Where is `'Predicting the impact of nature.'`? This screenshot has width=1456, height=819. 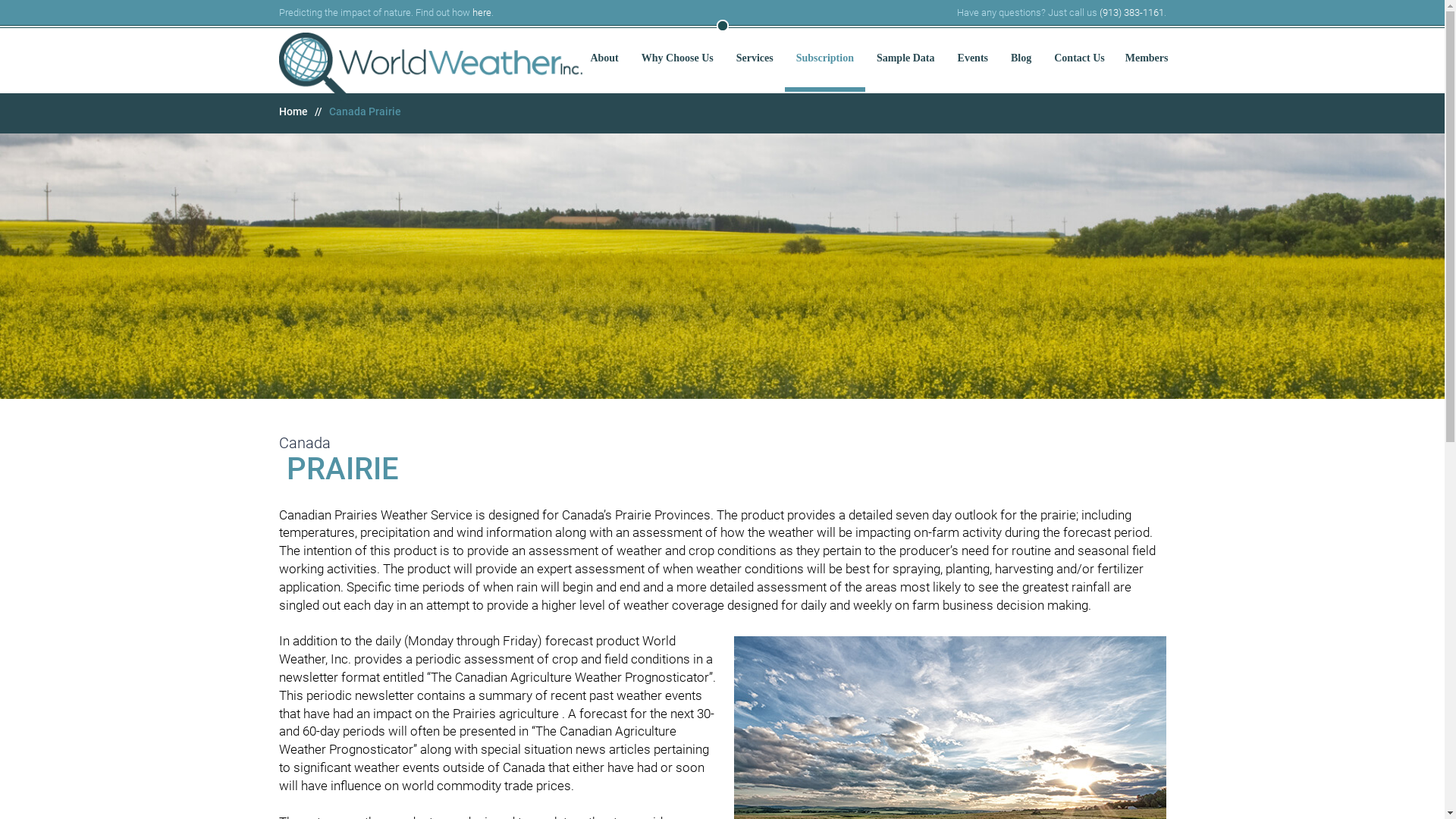 'Predicting the impact of nature.' is located at coordinates (429, 66).